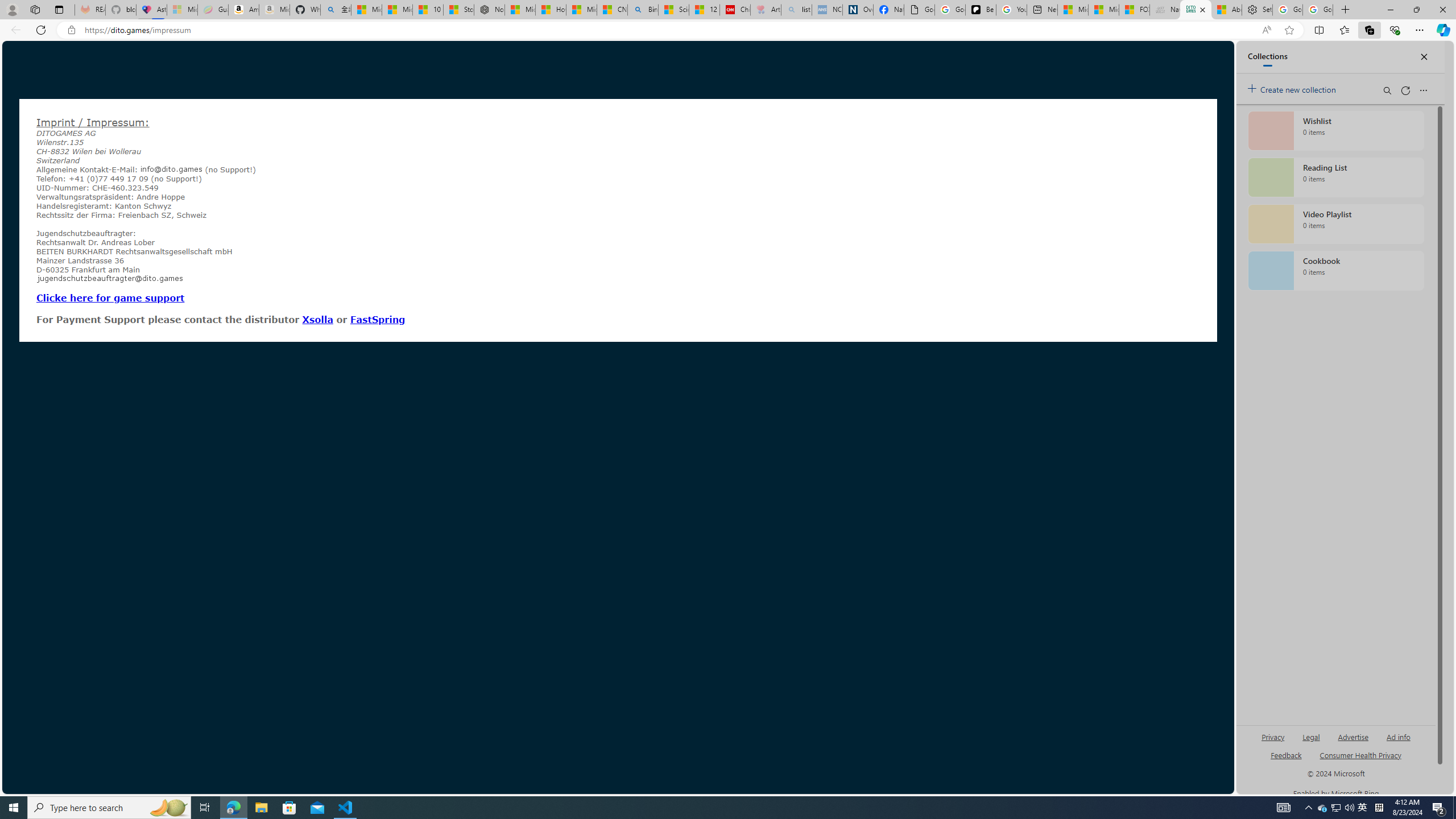 The width and height of the screenshot is (1456, 819). Describe the element at coordinates (110, 297) in the screenshot. I see `'Clicke here for game support'` at that location.